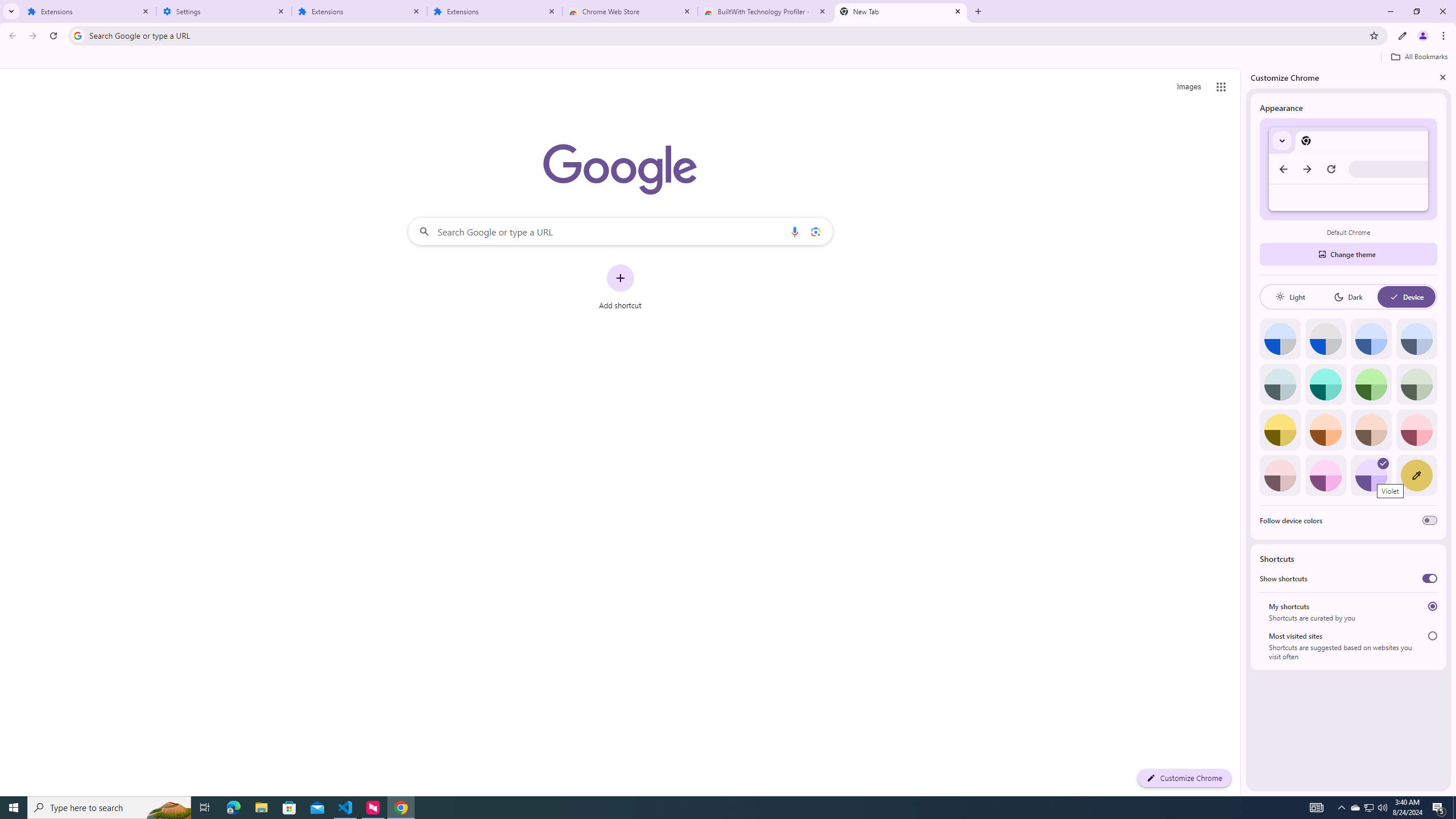 The height and width of the screenshot is (819, 1456). I want to click on 'Fuchsia', so click(1325, 475).